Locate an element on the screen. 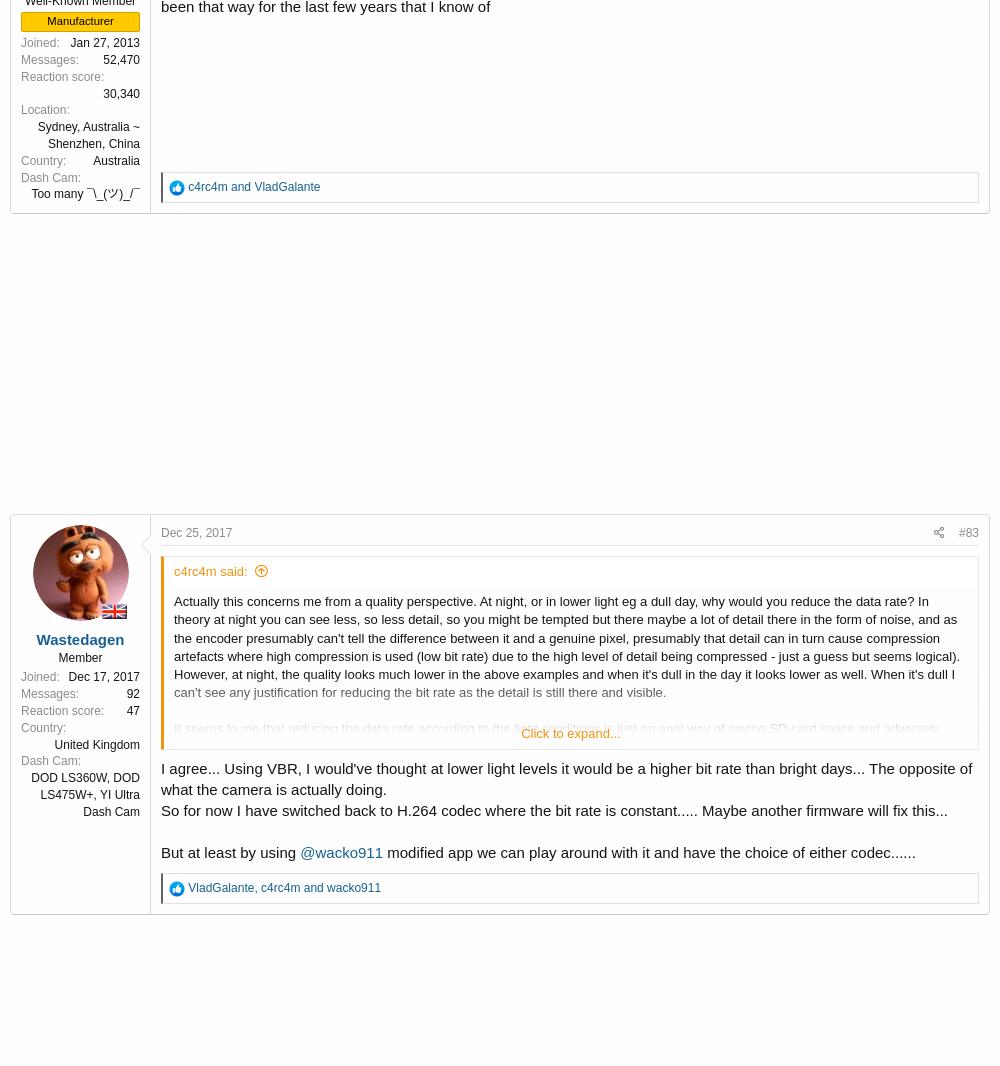 This screenshot has height=1066, width=1000. 'I agree... Using VBR, I would've thought at lower light levels it would be a higher bit rate than bright days... The opposite of what the camera is actually doing.' is located at coordinates (565, 776).